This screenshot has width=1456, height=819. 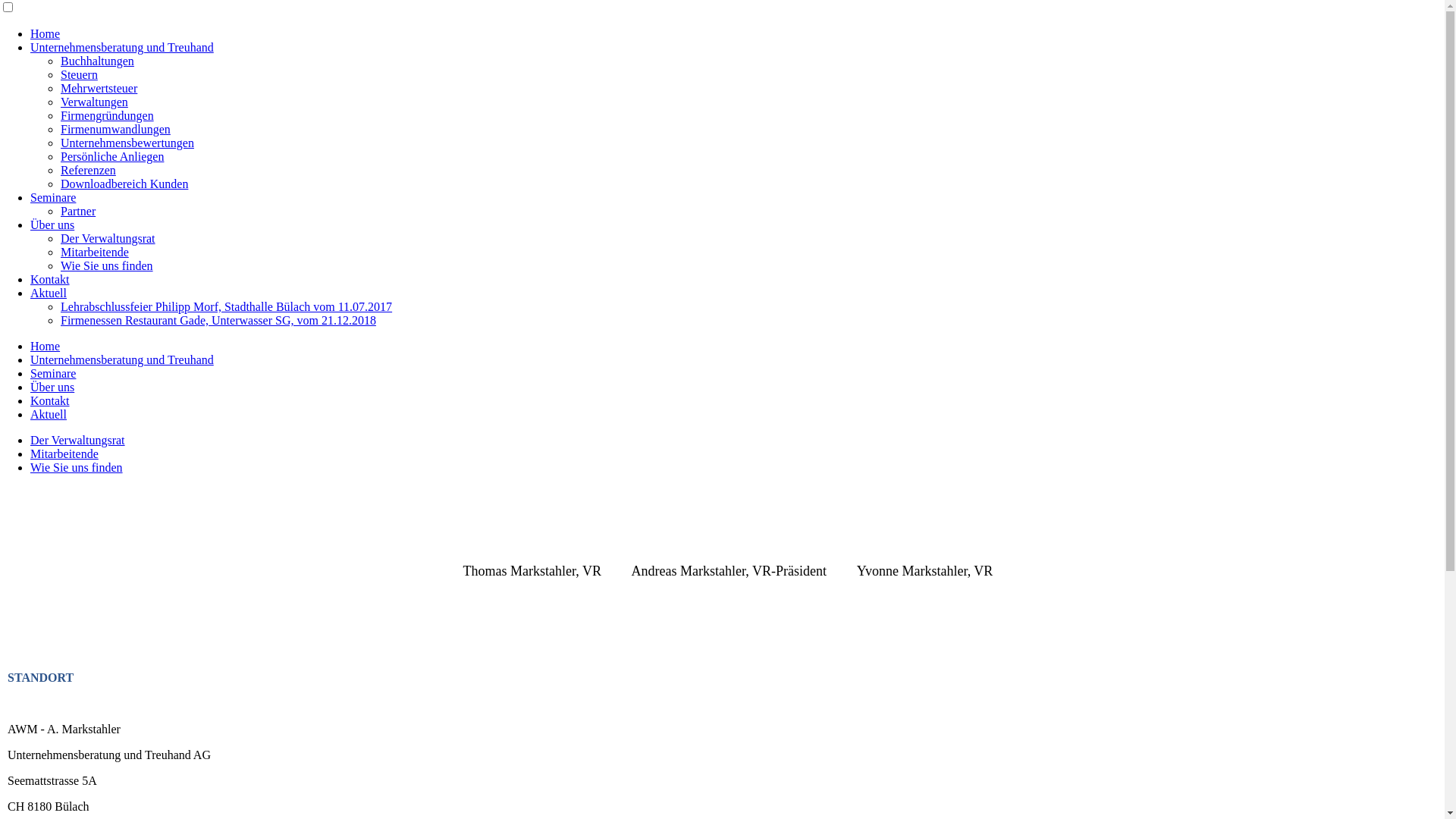 What do you see at coordinates (105, 265) in the screenshot?
I see `'Wie Sie uns finden'` at bounding box center [105, 265].